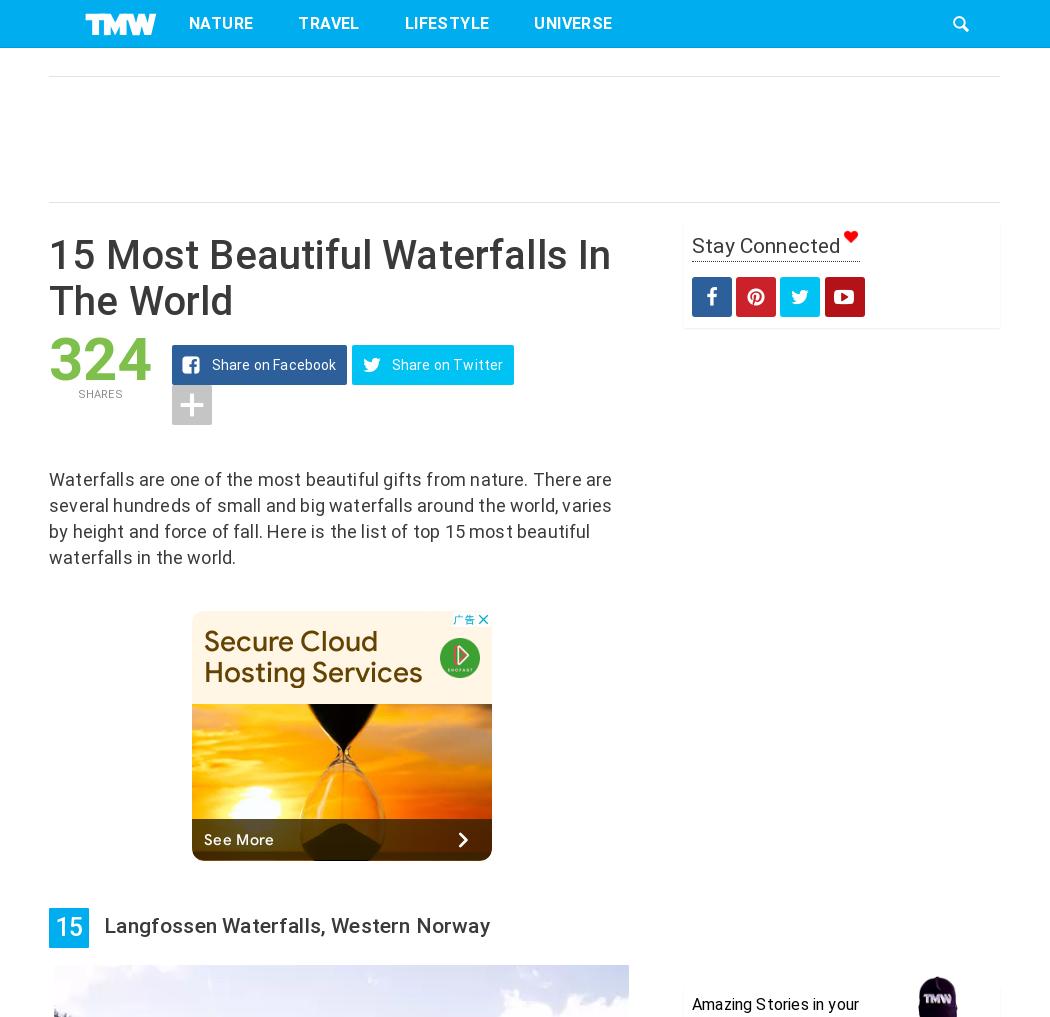 The height and width of the screenshot is (1017, 1050). I want to click on 'Langfossen Waterfalls, Western Norway', so click(99, 924).